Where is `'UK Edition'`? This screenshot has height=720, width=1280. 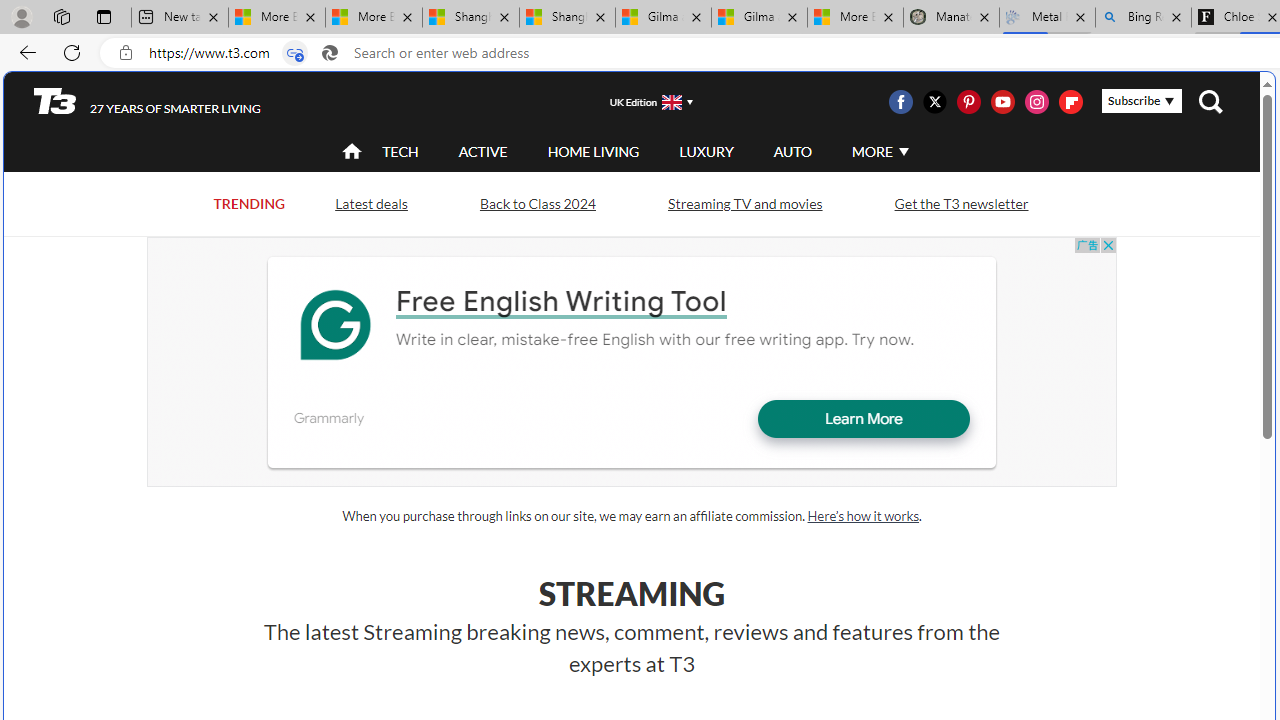 'UK Edition' is located at coordinates (643, 101).